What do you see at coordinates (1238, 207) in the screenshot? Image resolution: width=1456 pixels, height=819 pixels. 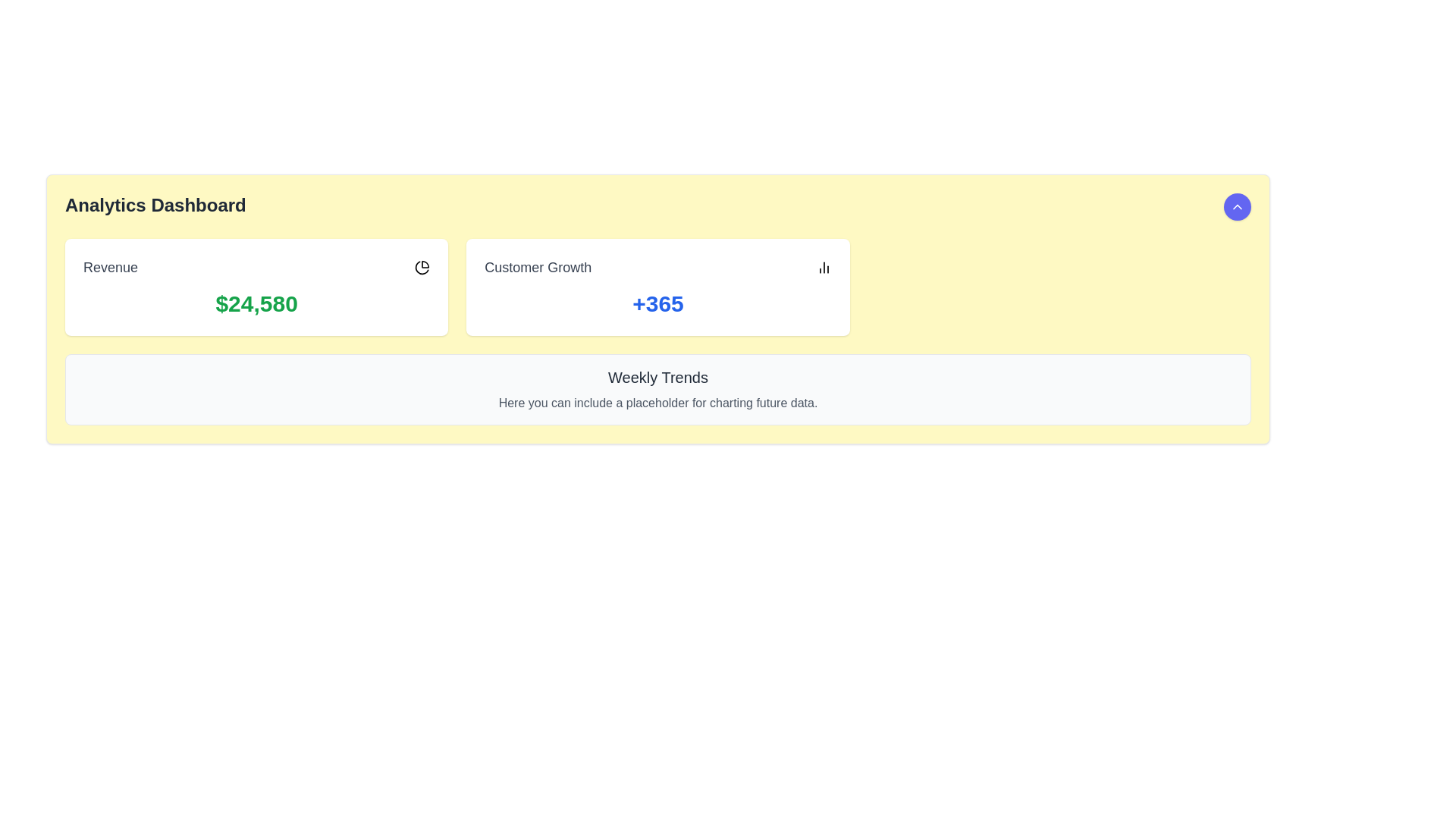 I see `the upward-pointing chevron-shaped icon, which is the only icon within a circular button located in the top-right corner of the interface` at bounding box center [1238, 207].